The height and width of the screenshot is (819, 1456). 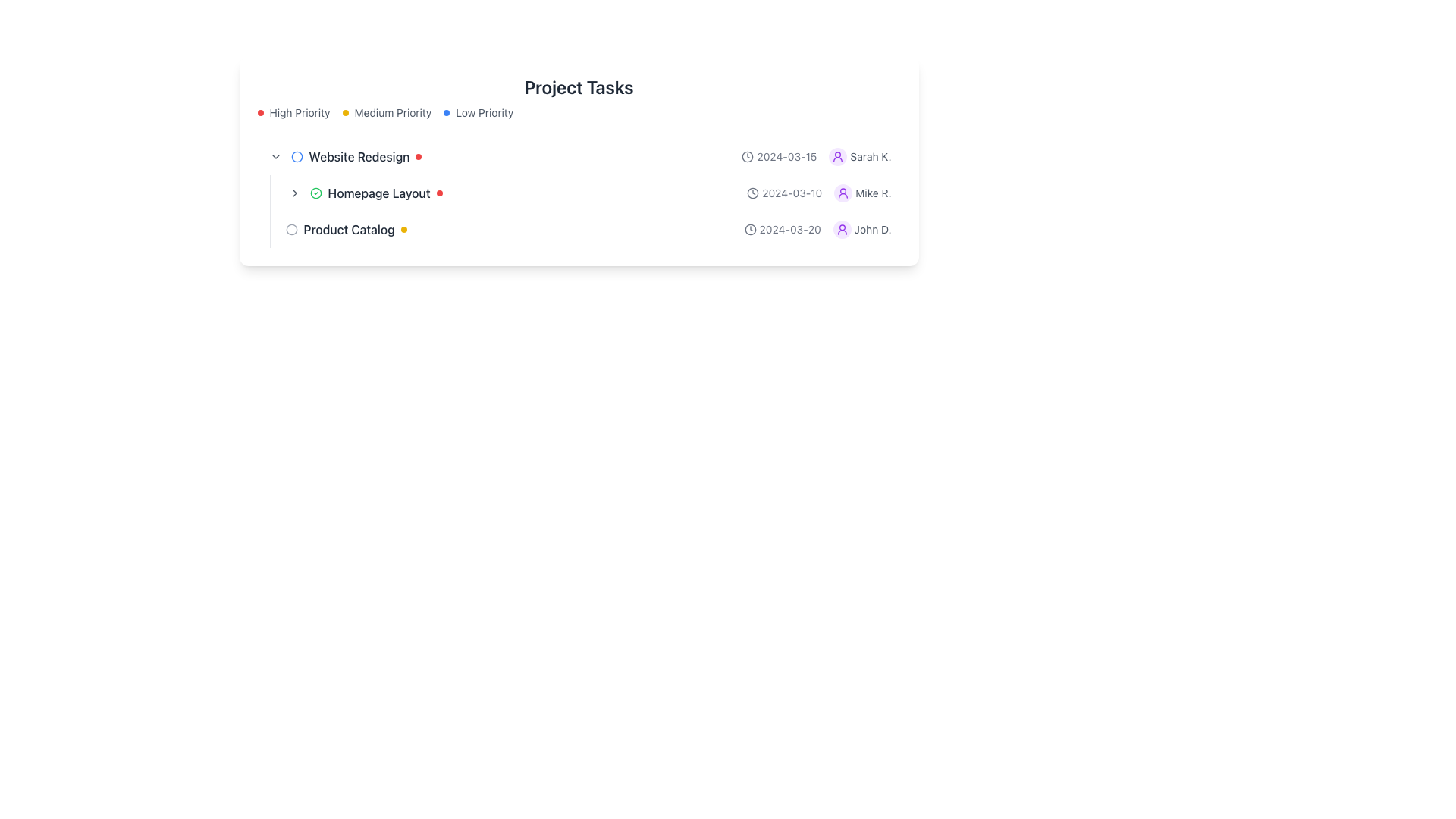 I want to click on the 'Low Priority' text label, which is styled with a small font size and gray color, located in the priority labeling system of the task management interface, so click(x=484, y=112).